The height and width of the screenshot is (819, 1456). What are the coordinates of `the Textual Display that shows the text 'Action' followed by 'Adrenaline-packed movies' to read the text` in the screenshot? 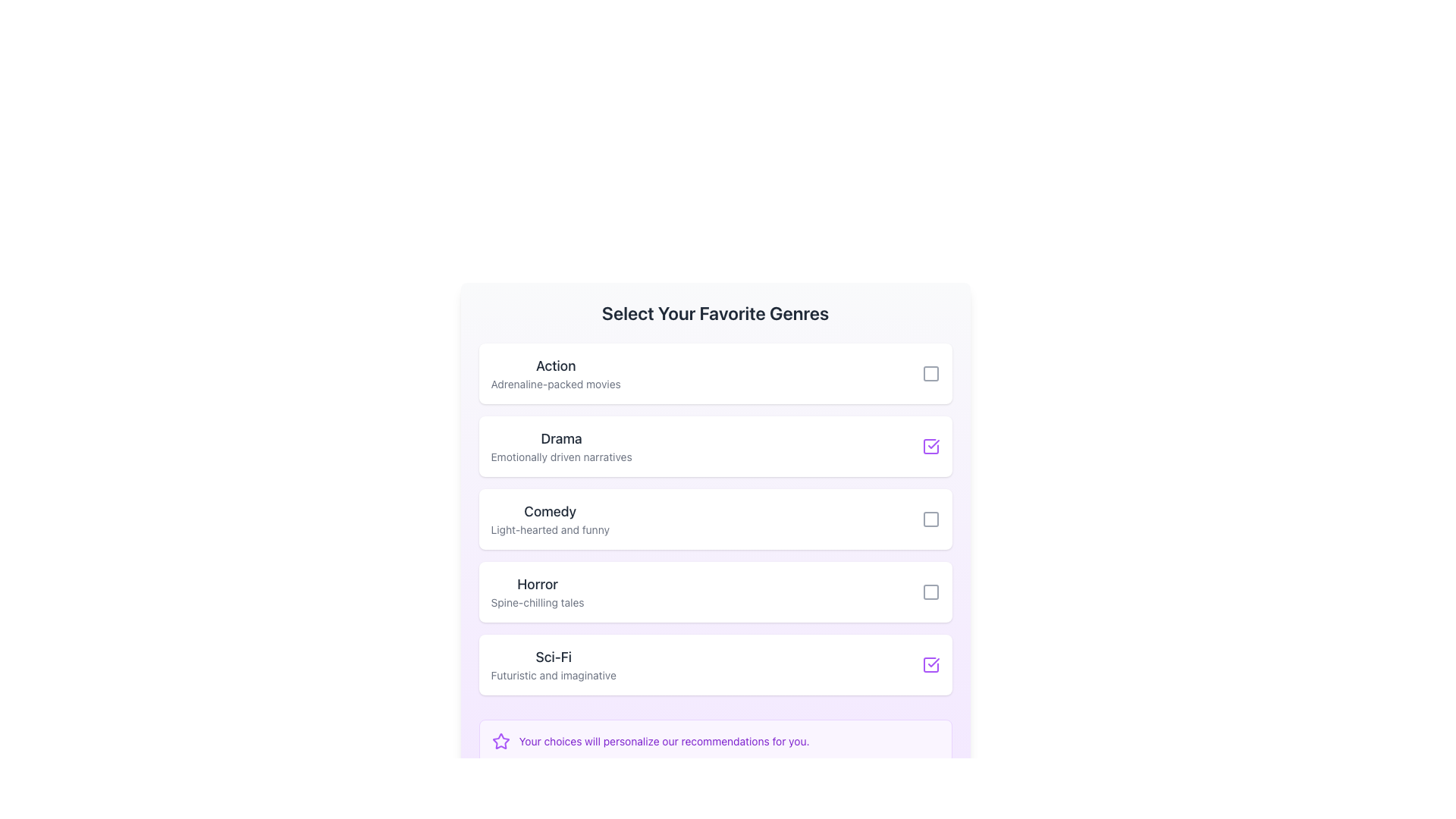 It's located at (555, 374).